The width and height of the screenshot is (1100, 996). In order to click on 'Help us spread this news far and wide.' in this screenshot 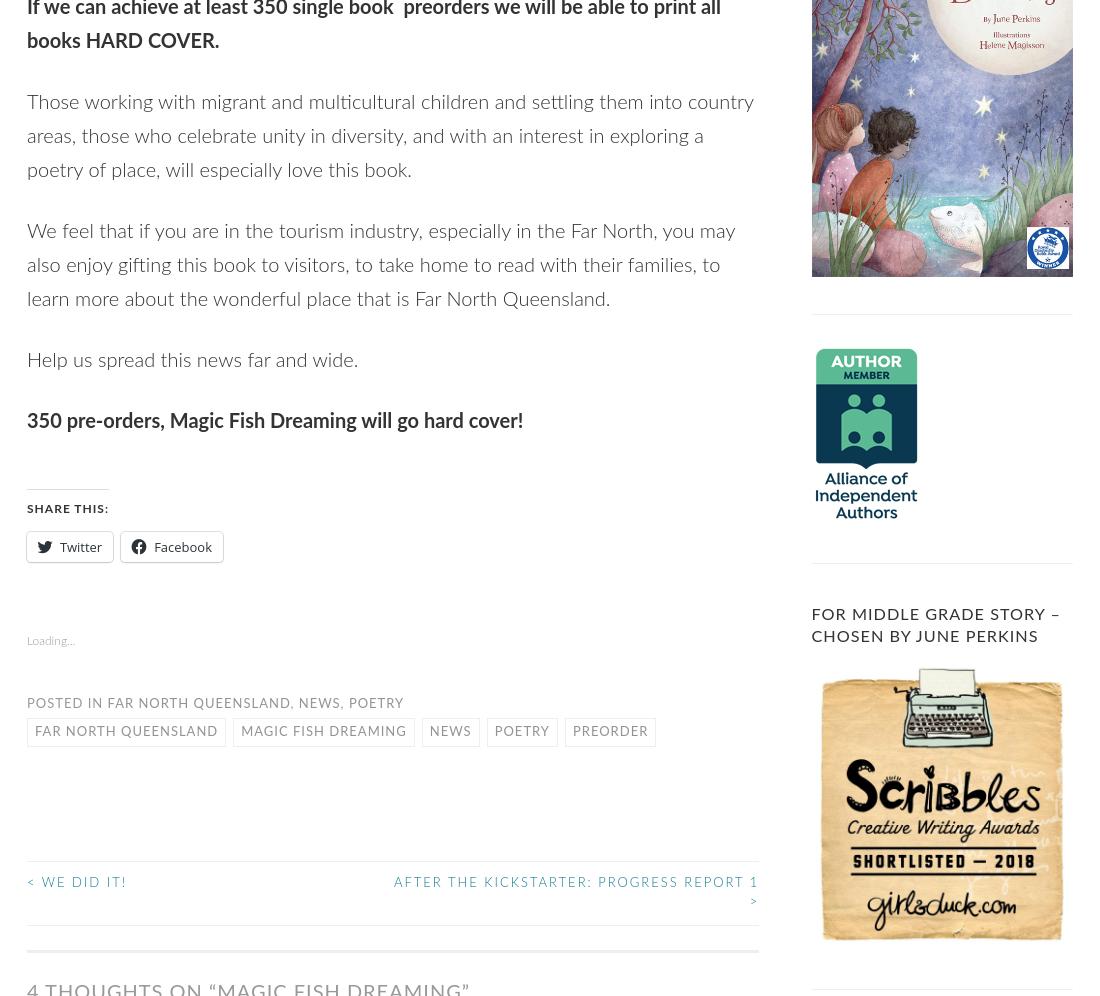, I will do `click(25, 360)`.